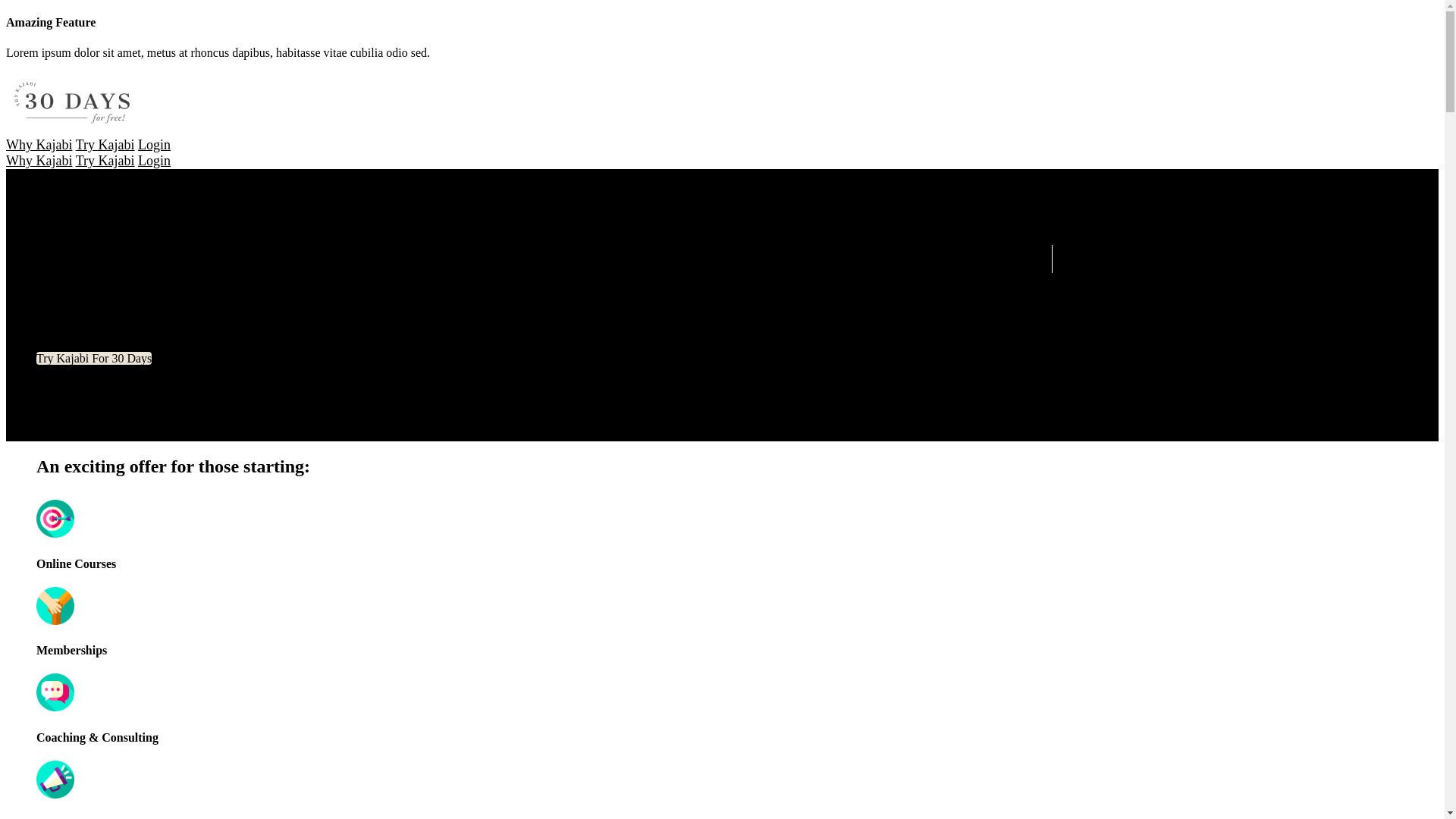 The height and width of the screenshot is (819, 1456). I want to click on 'Why Kajabi', so click(39, 161).